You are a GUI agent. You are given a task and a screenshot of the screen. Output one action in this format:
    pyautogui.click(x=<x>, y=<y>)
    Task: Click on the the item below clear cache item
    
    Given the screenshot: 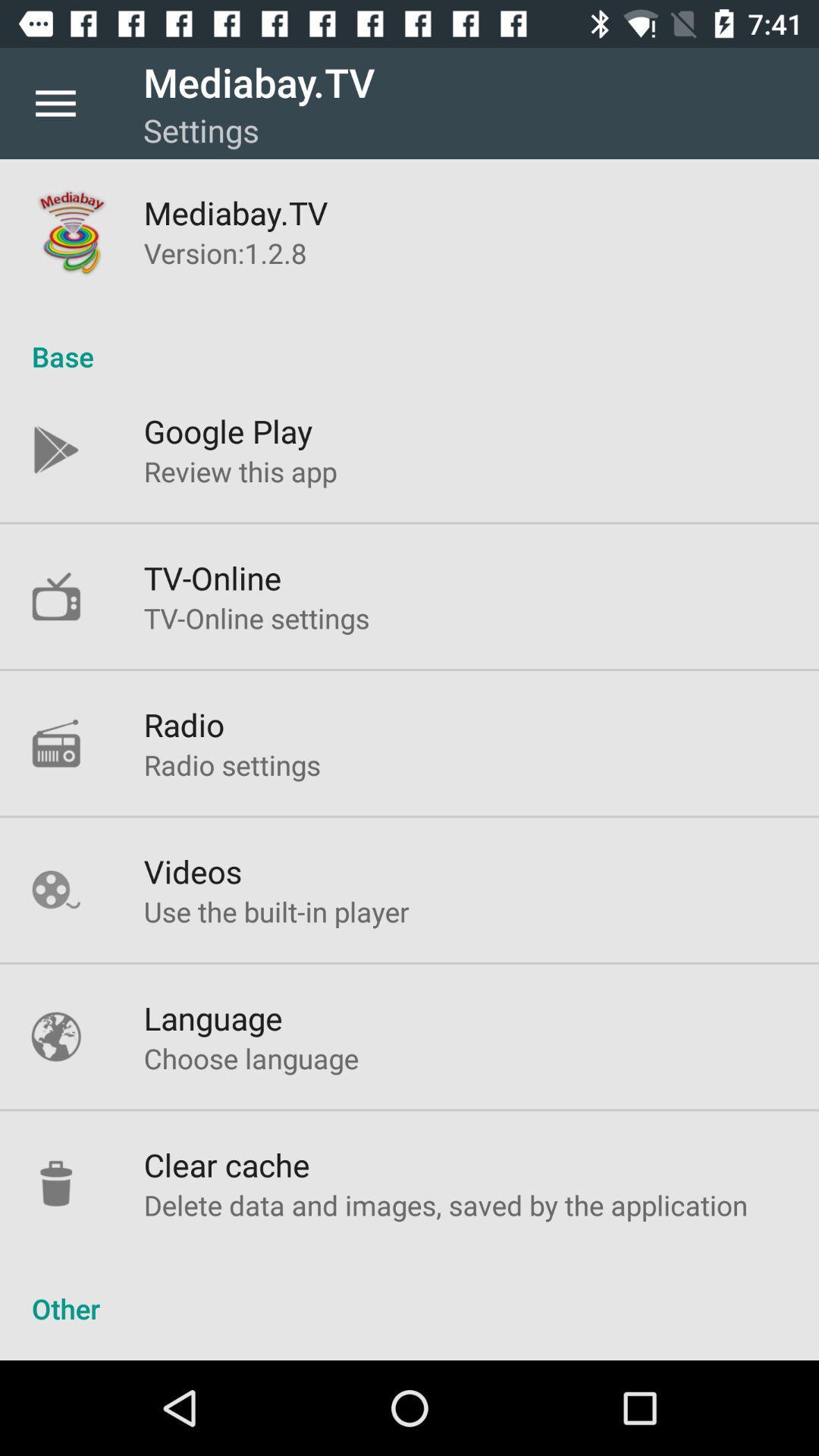 What is the action you would take?
    pyautogui.click(x=444, y=1204)
    